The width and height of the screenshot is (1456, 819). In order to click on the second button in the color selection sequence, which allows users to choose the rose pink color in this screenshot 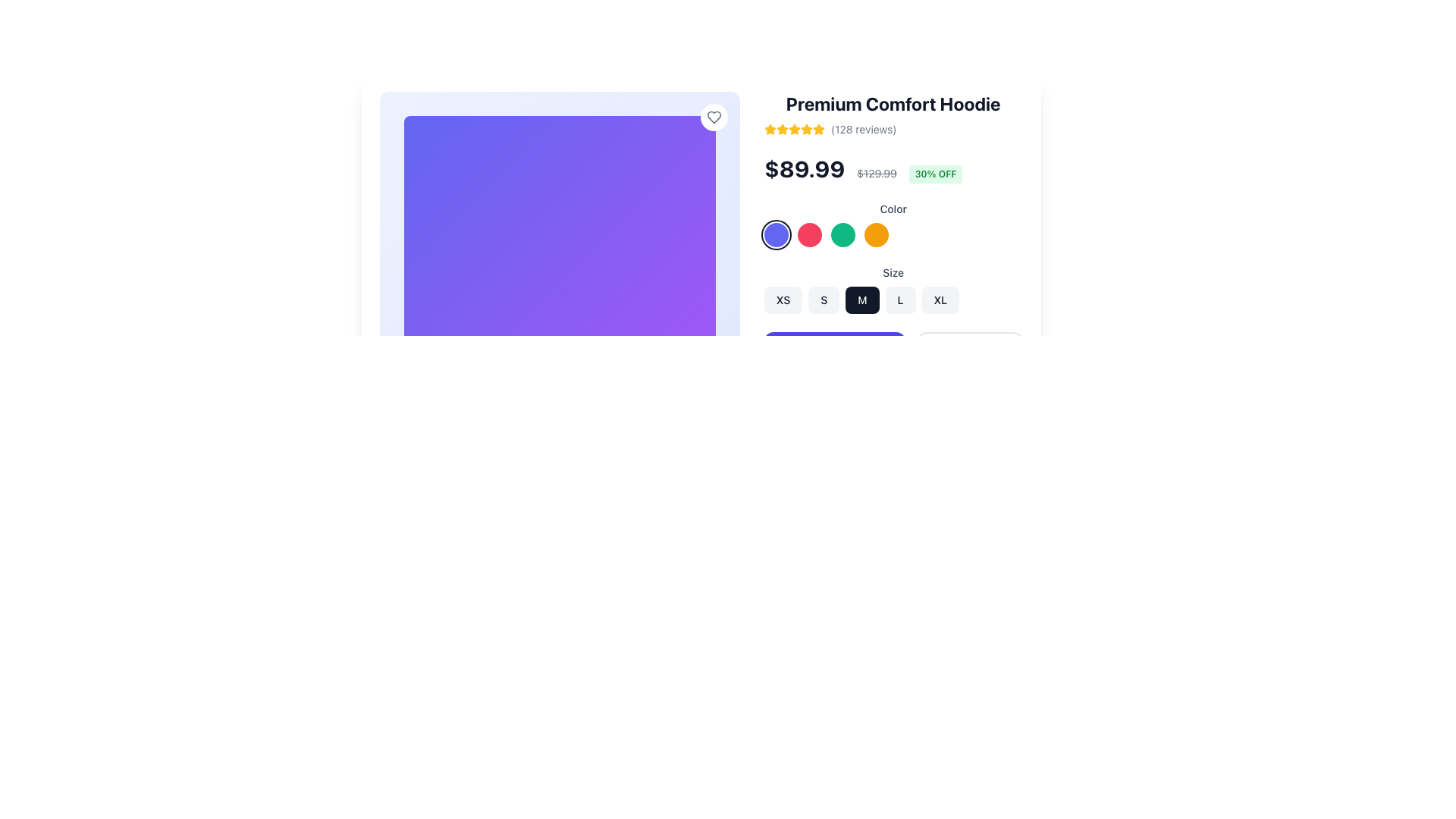, I will do `click(808, 234)`.